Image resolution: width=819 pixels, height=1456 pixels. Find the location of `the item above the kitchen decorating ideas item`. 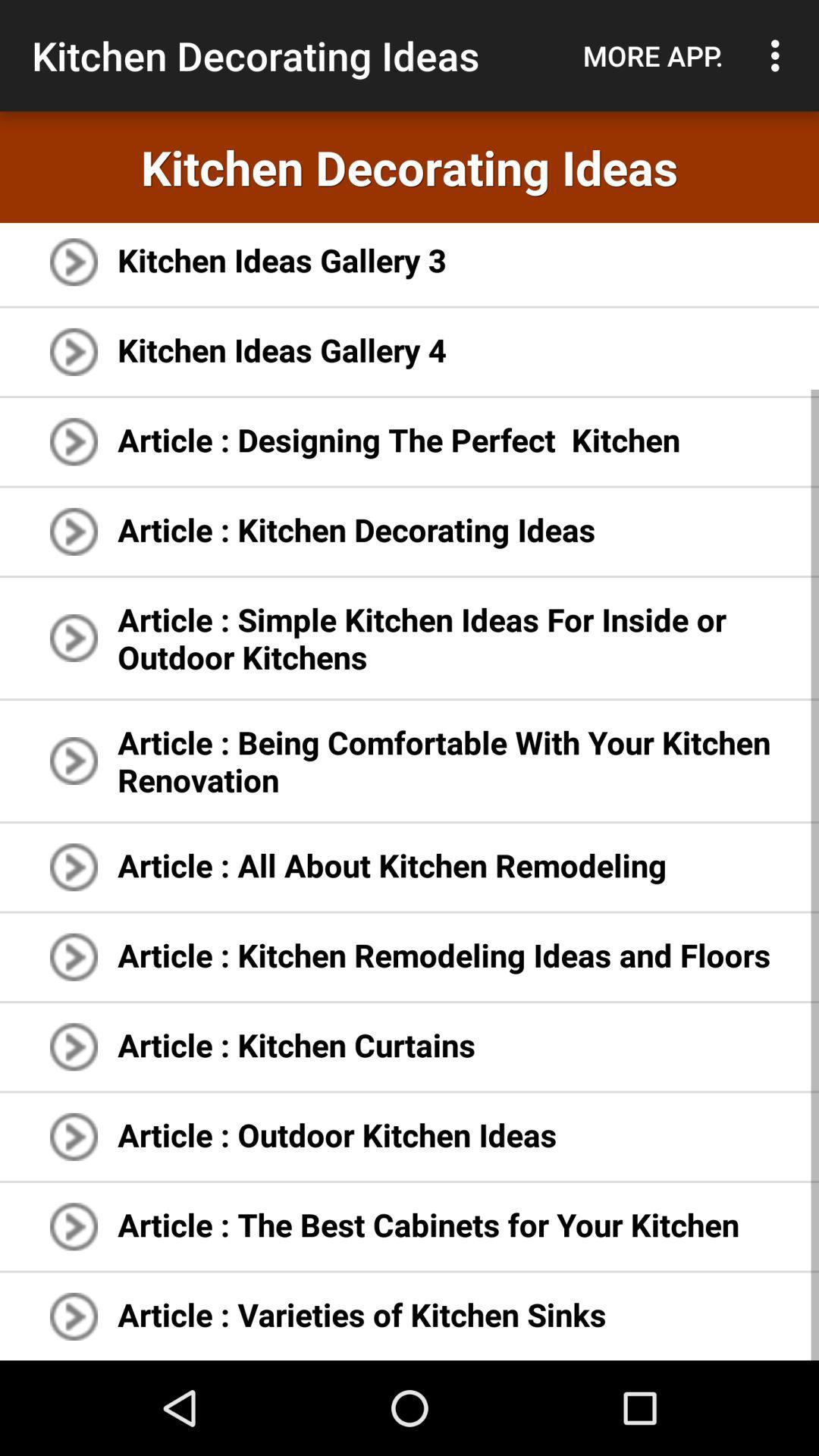

the item above the kitchen decorating ideas item is located at coordinates (779, 55).